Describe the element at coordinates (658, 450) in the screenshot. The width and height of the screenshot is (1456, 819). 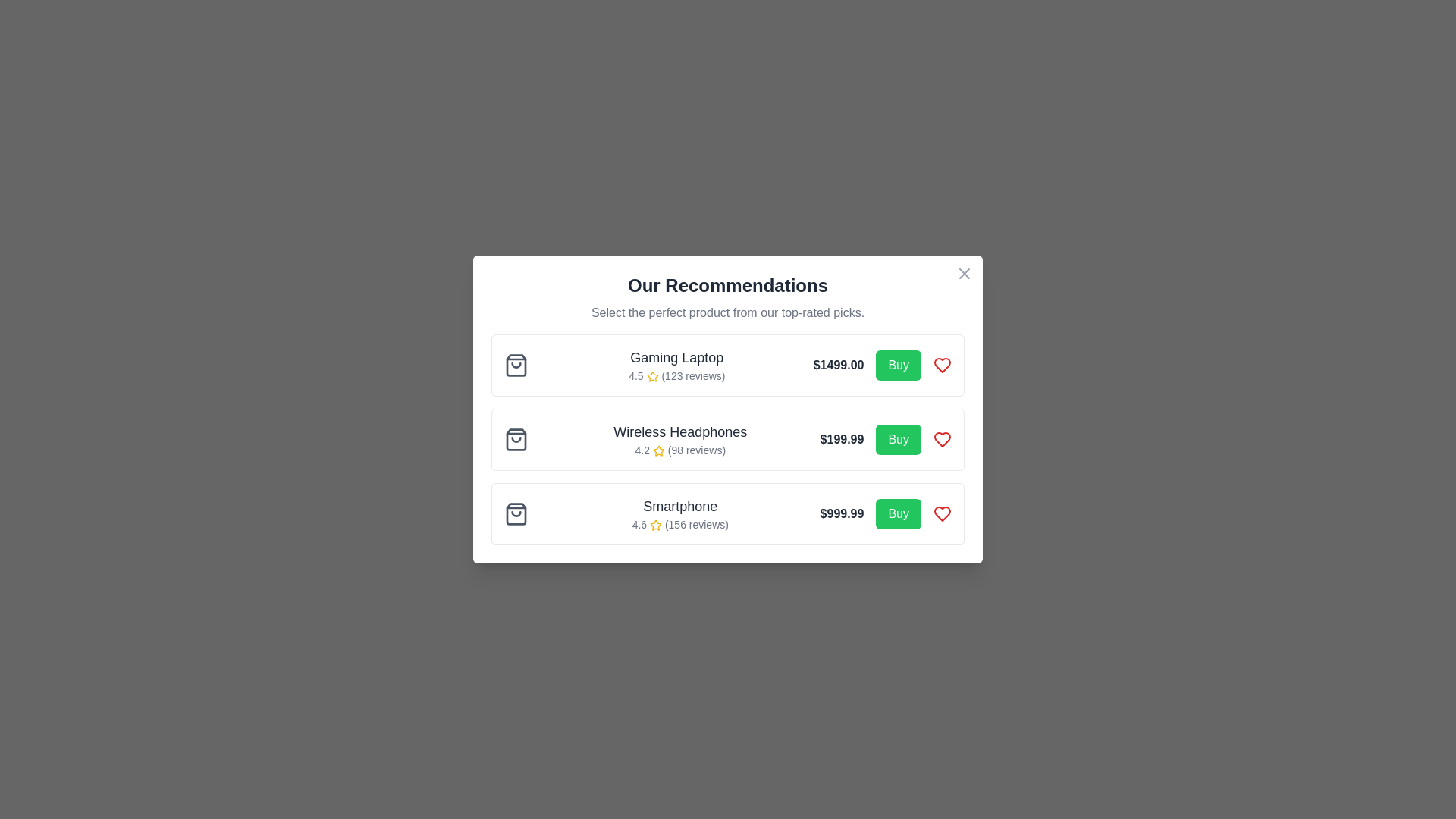
I see `the first yellow star icon representing the product's rating, located to the left of the product price in the second row of the product list` at that location.